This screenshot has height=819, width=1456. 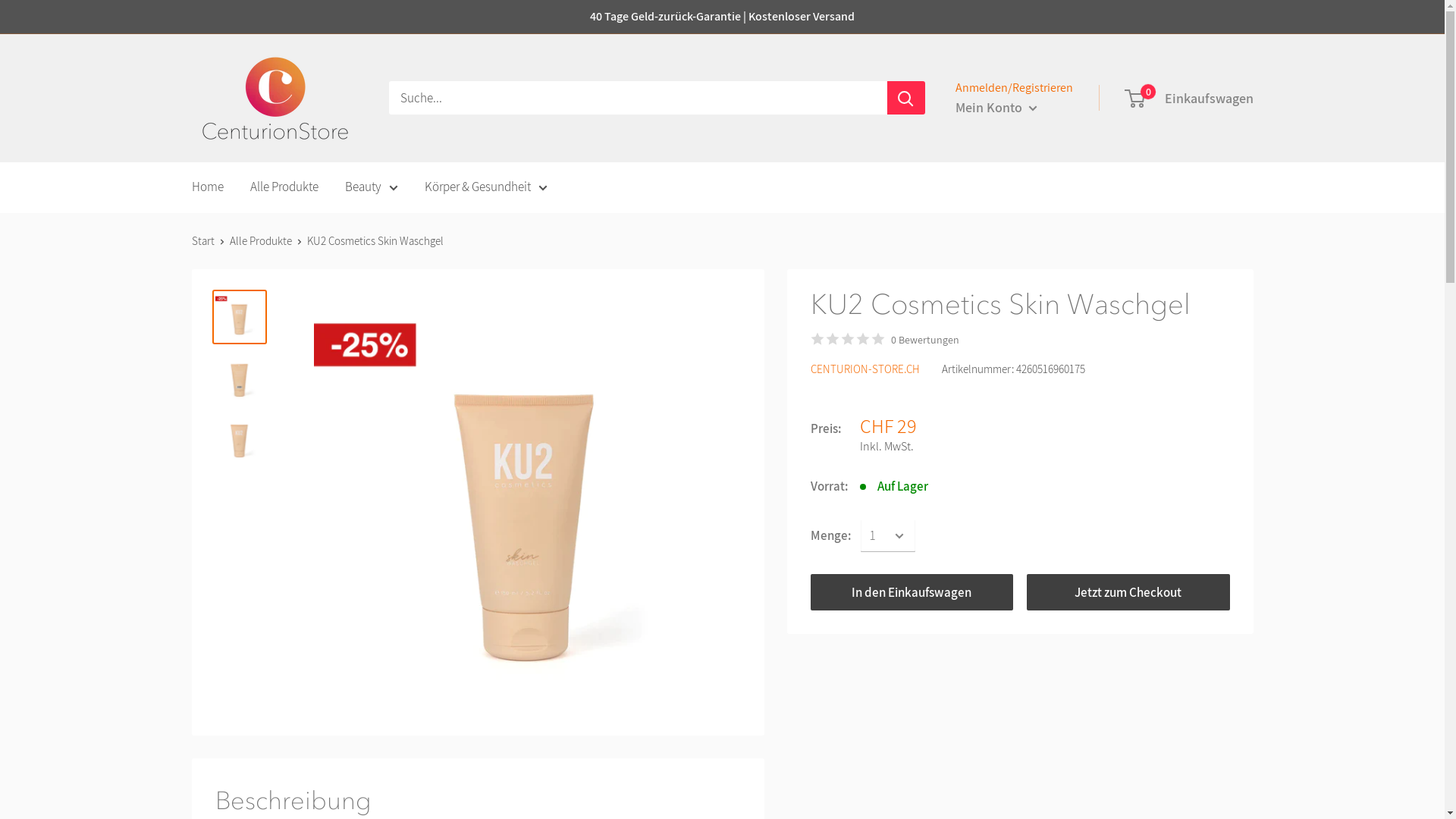 What do you see at coordinates (371, 186) in the screenshot?
I see `'Beauty'` at bounding box center [371, 186].